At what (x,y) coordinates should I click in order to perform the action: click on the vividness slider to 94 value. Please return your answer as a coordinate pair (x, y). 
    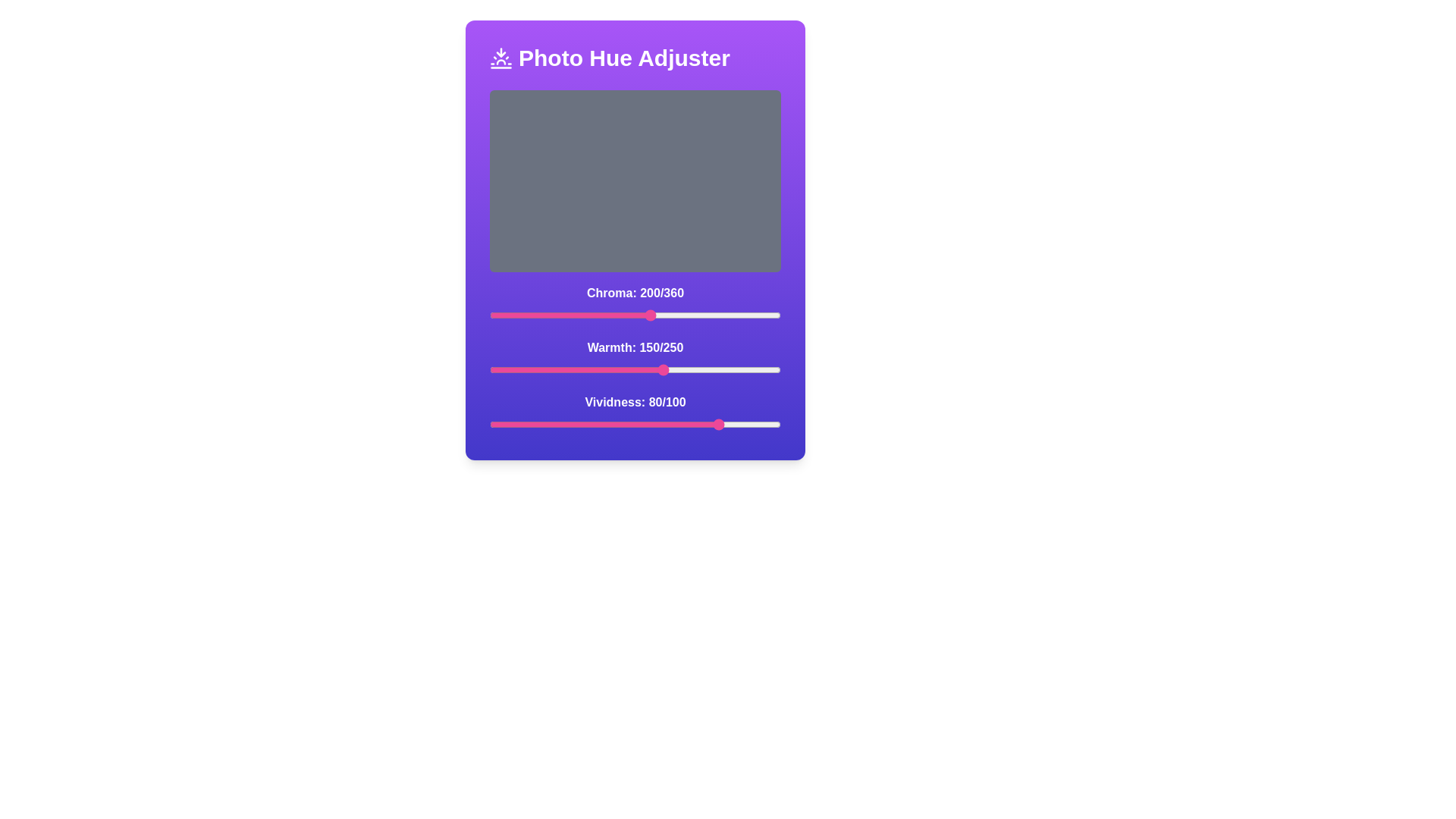
    Looking at the image, I should click on (764, 424).